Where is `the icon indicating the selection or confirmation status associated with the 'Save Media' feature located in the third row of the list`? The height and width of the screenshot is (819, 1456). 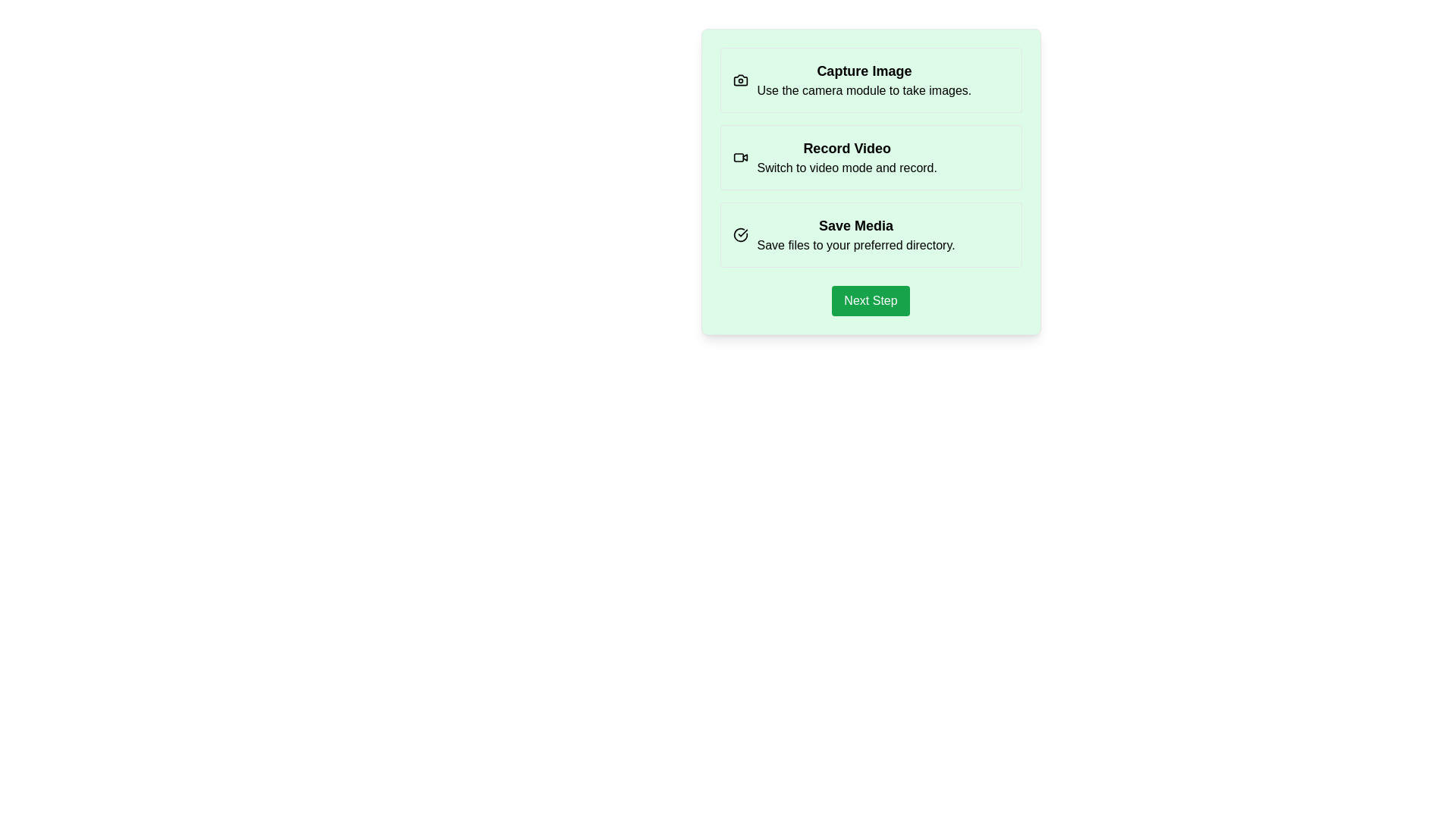
the icon indicating the selection or confirmation status associated with the 'Save Media' feature located in the third row of the list is located at coordinates (740, 234).